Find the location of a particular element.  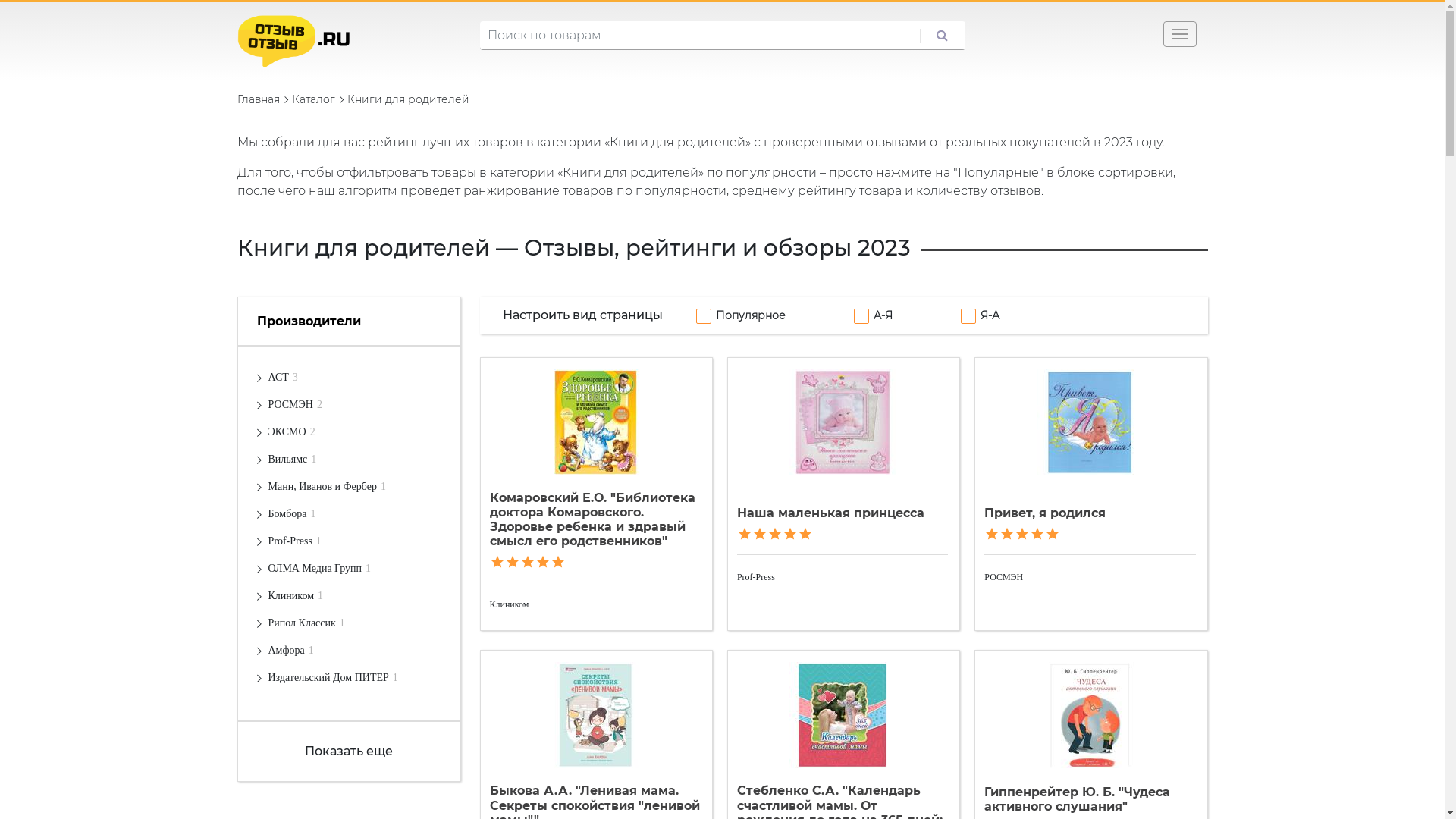

'Prof-Press1' is located at coordinates (294, 540).